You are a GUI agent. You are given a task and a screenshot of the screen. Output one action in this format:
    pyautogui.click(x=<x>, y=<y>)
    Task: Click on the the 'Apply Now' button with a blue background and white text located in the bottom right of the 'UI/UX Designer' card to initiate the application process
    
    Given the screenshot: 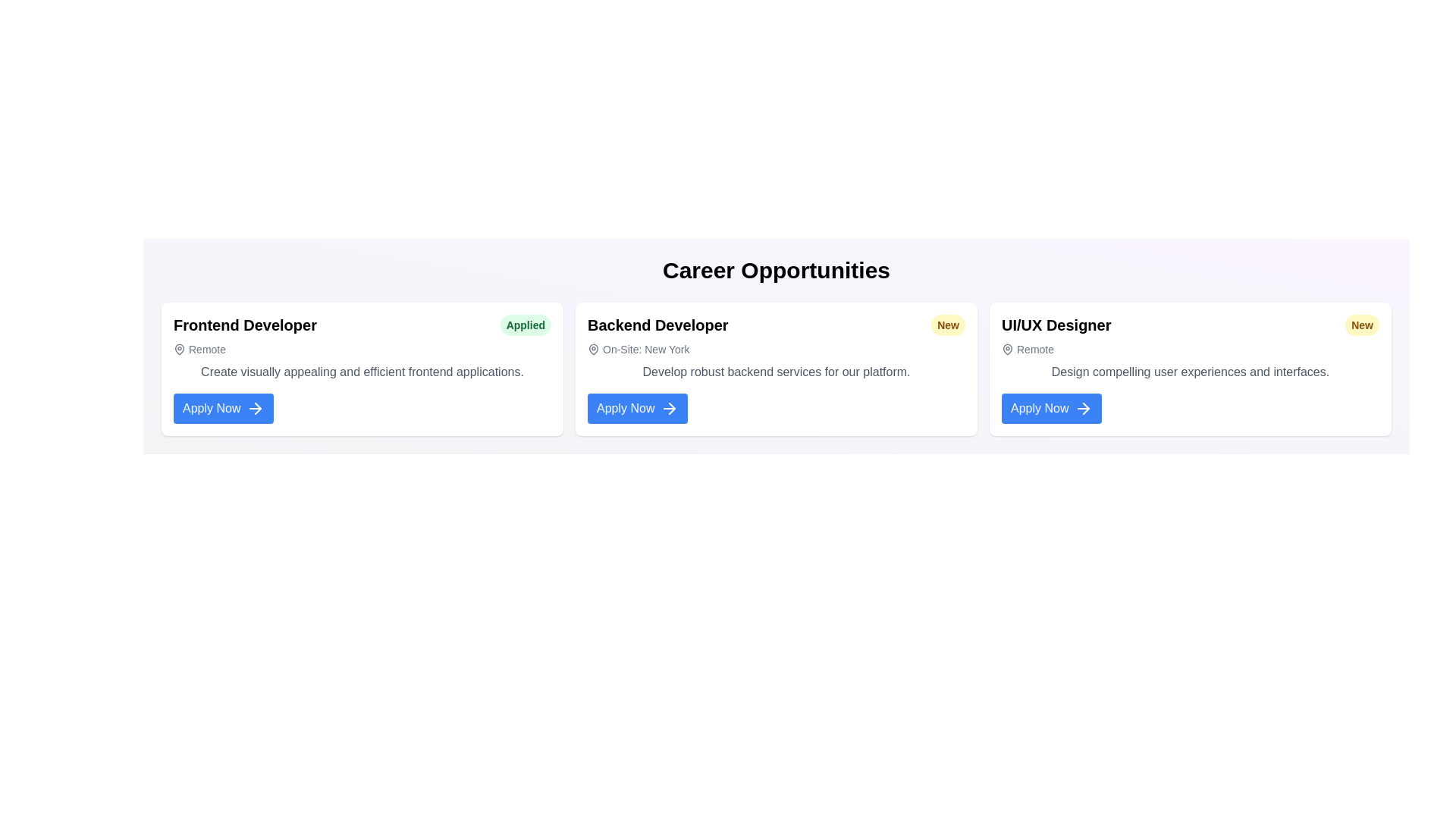 What is the action you would take?
    pyautogui.click(x=1051, y=408)
    